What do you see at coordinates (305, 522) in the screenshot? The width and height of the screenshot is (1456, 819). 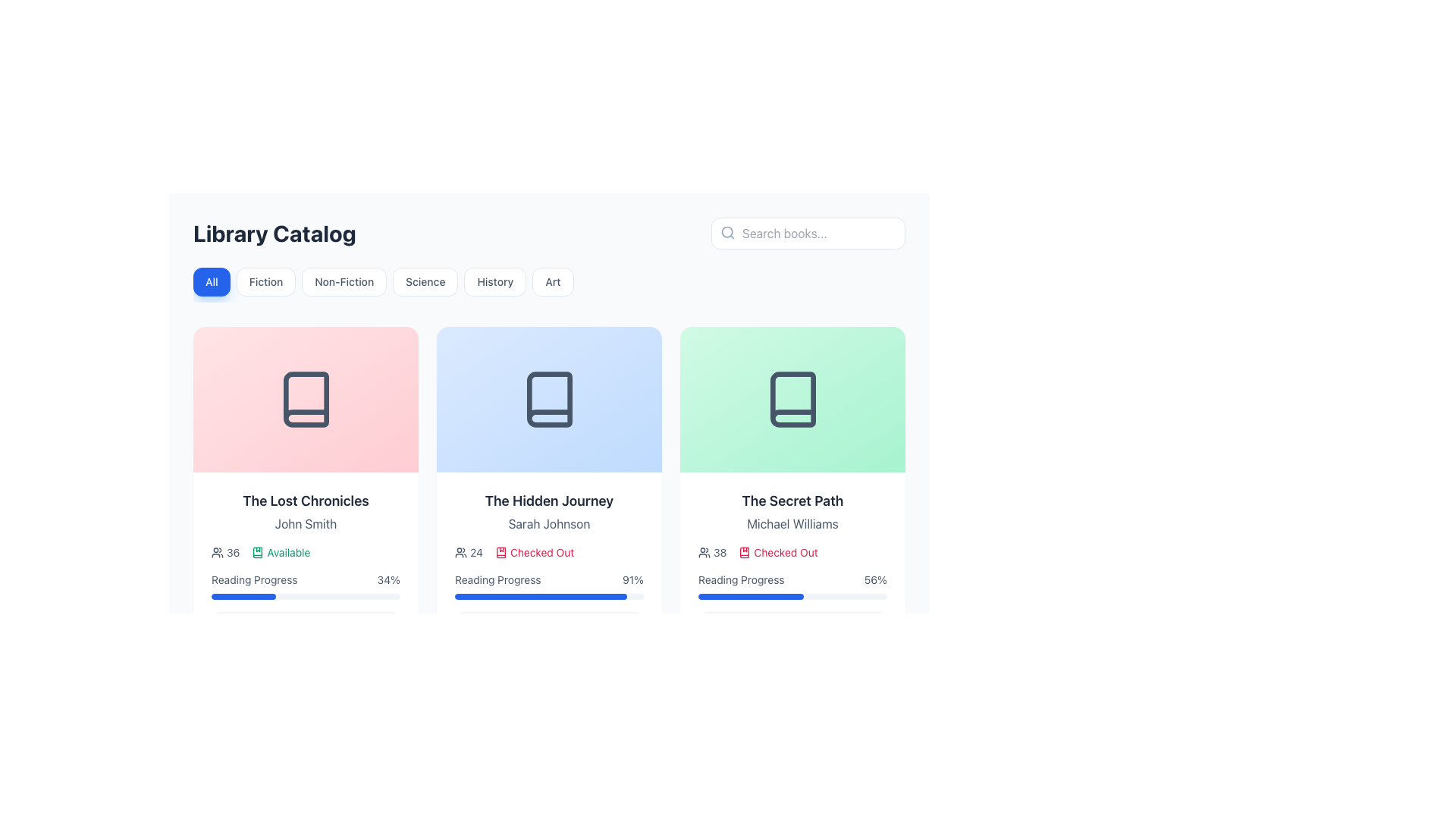 I see `the text element that displays 'John Smith,' which is styled in a muted slate-gray font and located beneath the title 'The Lost Chronicles' in the leftmost card of the grid` at bounding box center [305, 522].